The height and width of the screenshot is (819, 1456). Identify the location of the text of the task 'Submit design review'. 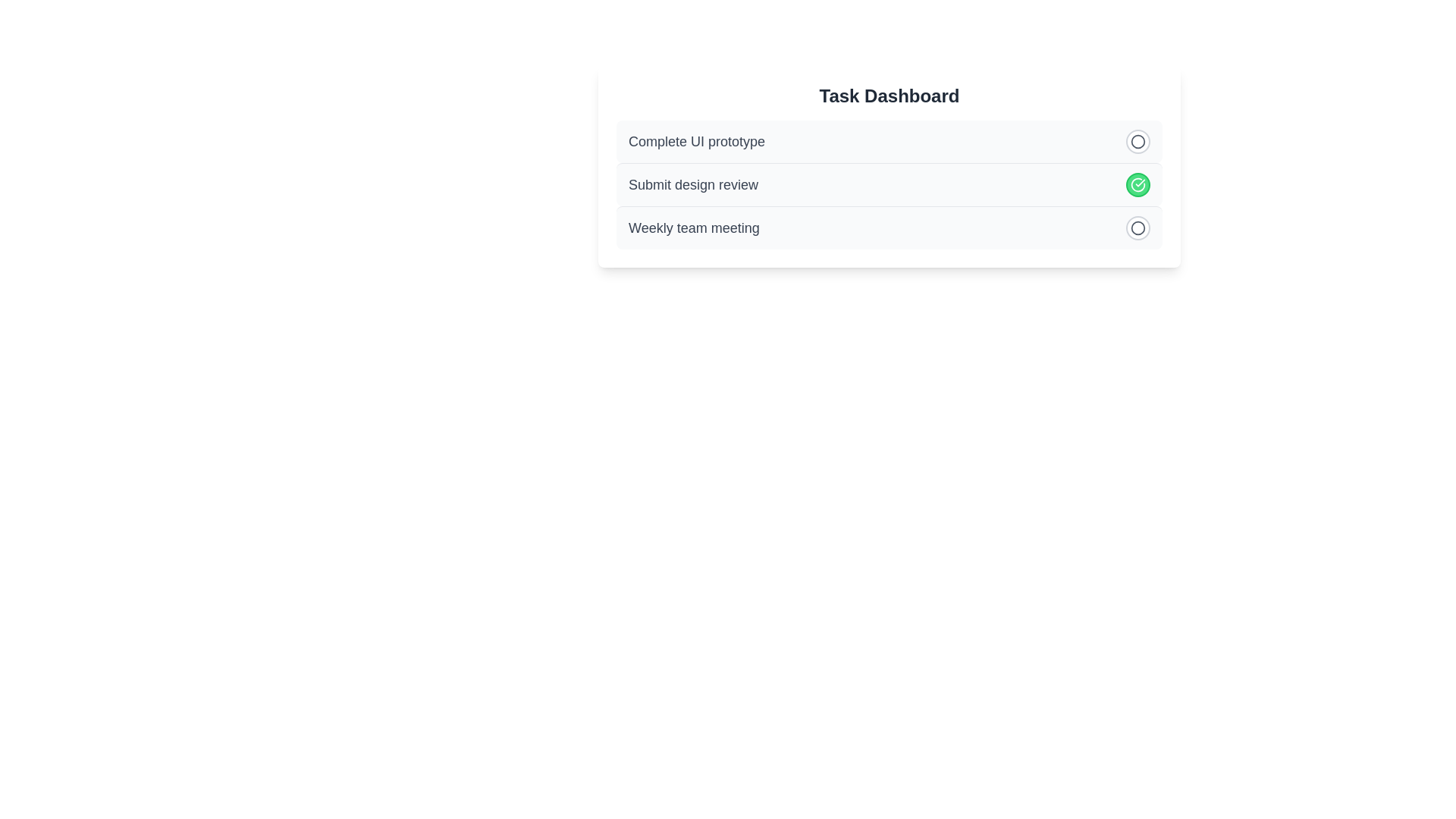
(692, 184).